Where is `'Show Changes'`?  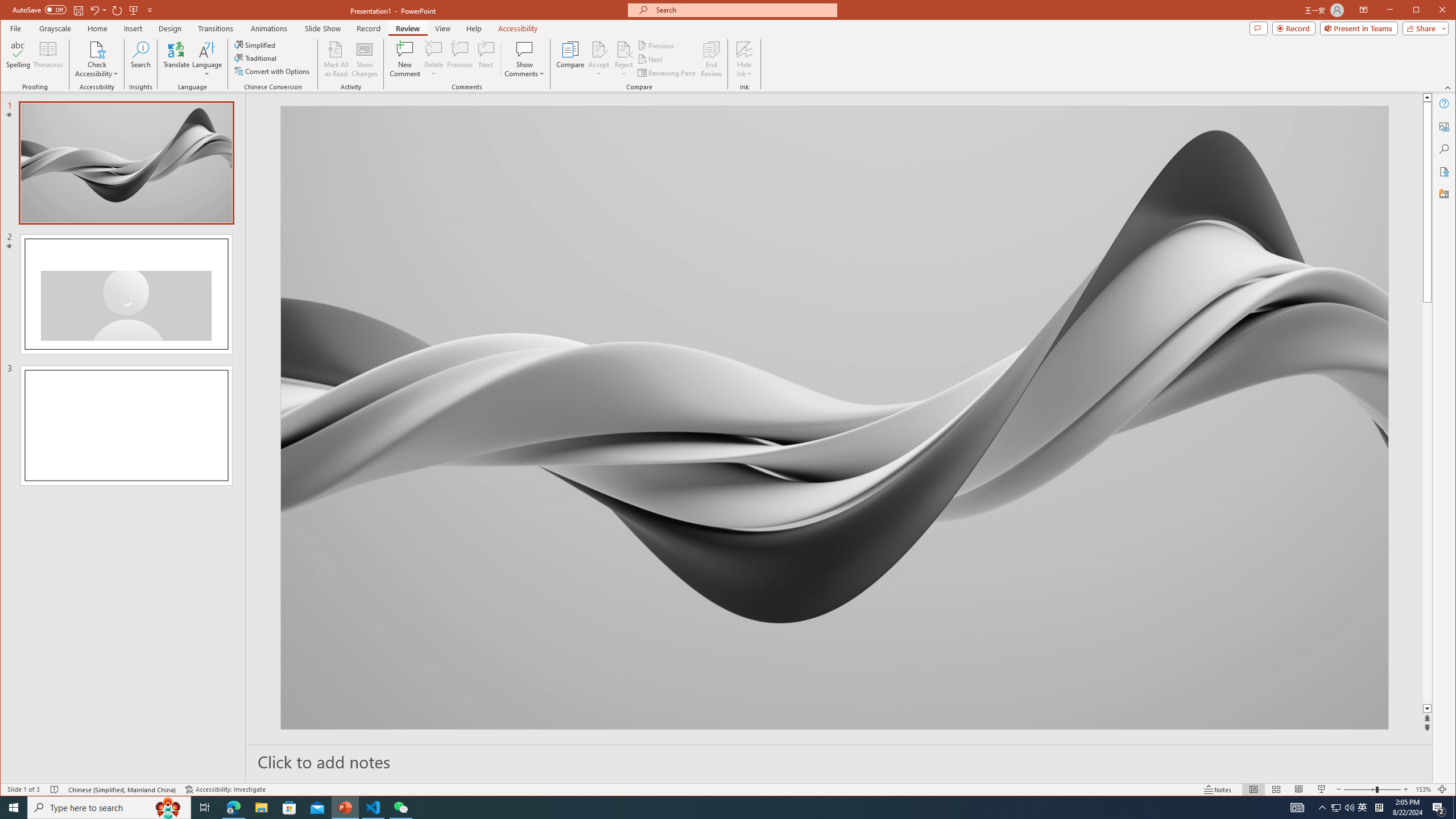 'Show Changes' is located at coordinates (365, 59).